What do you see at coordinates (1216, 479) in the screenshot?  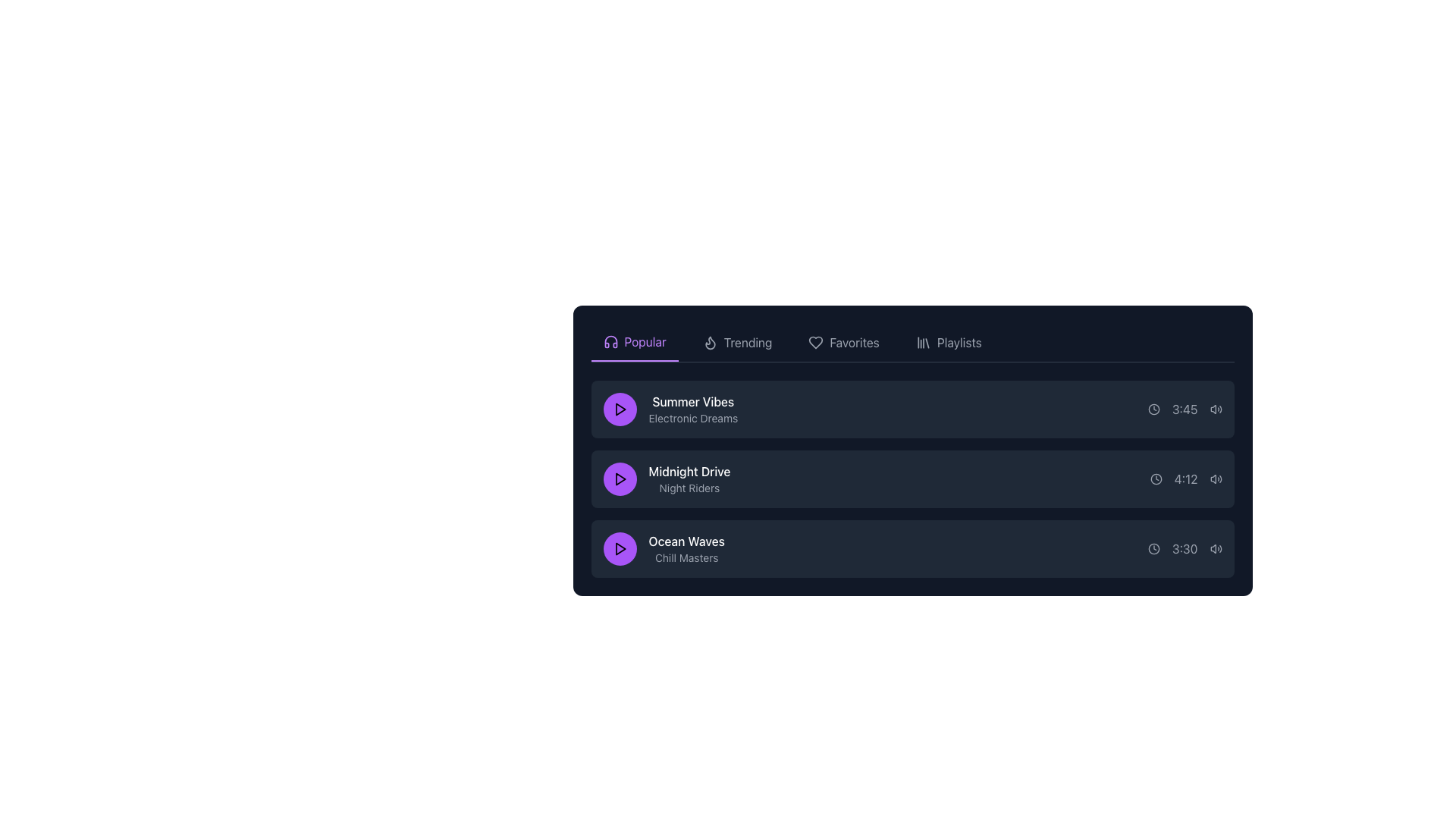 I see `the speaker icon with sound waves, which is styled in light gray and positioned to the right of the '4:12' text label in a dark-themed interface` at bounding box center [1216, 479].